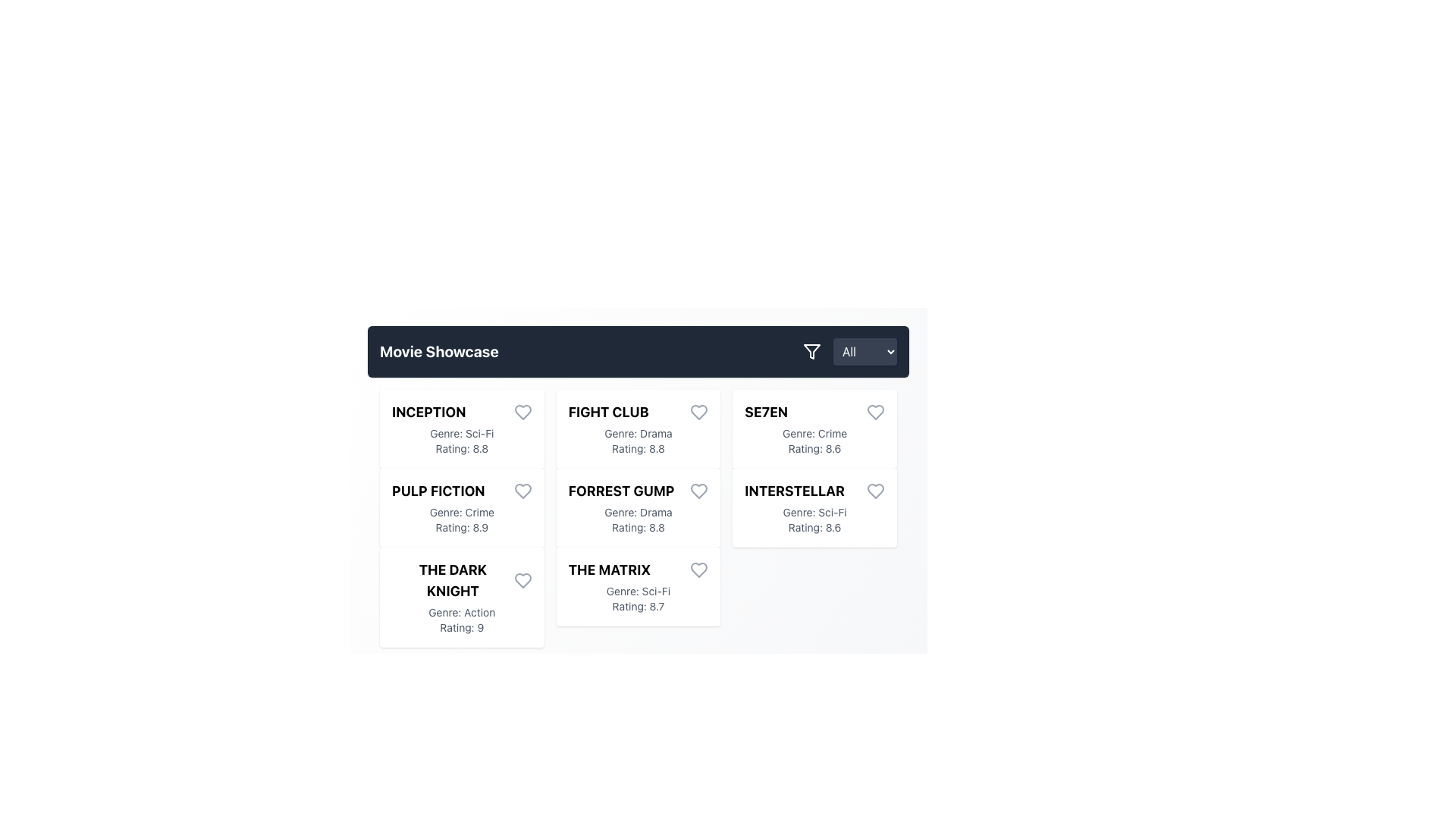  Describe the element at coordinates (698, 570) in the screenshot. I see `the like icon for the movie 'The Matrix'` at that location.